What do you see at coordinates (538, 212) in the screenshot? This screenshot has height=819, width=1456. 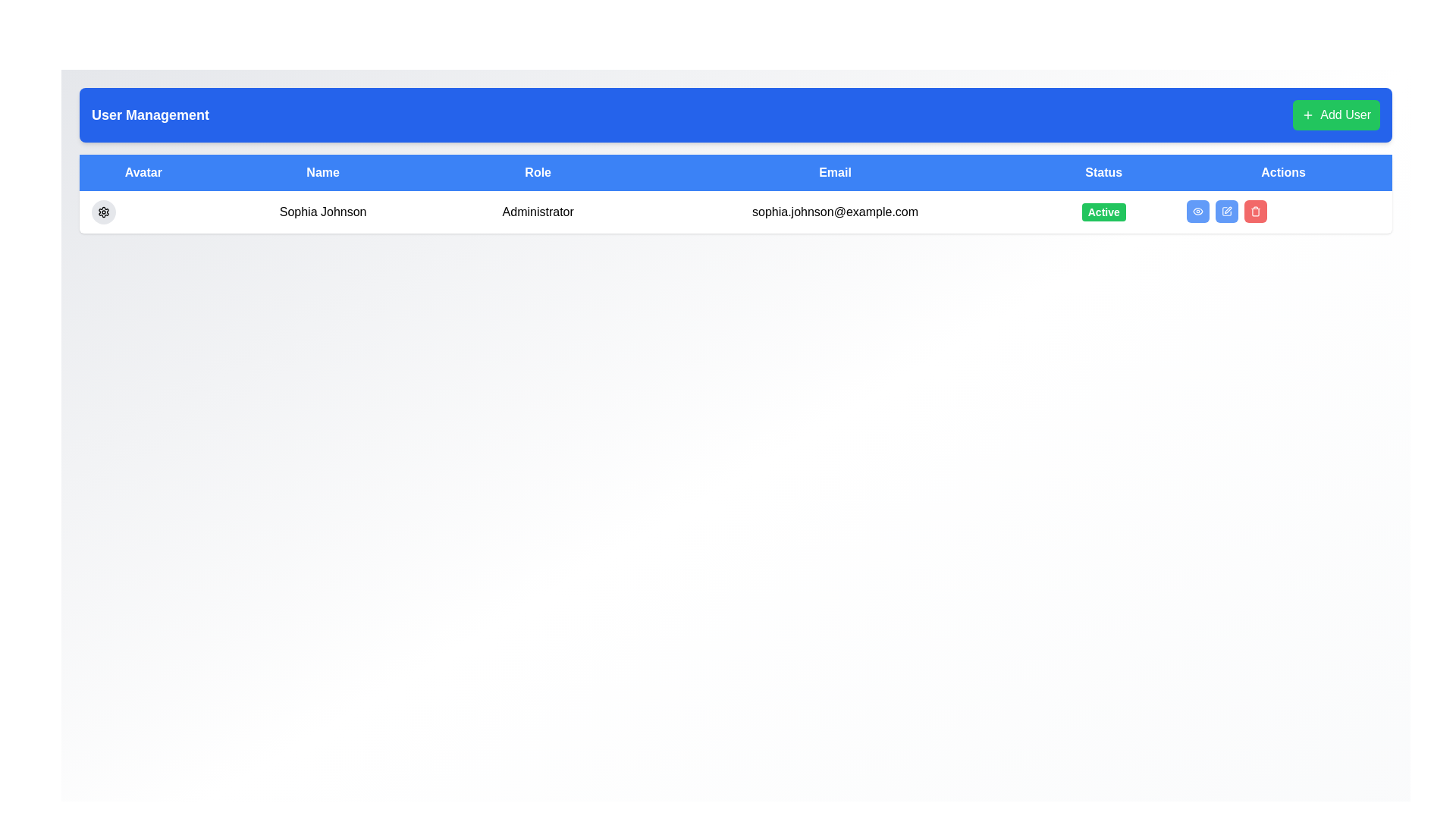 I see `the 'Role' text label for the user 'Sophia Johnson' to read the text` at bounding box center [538, 212].